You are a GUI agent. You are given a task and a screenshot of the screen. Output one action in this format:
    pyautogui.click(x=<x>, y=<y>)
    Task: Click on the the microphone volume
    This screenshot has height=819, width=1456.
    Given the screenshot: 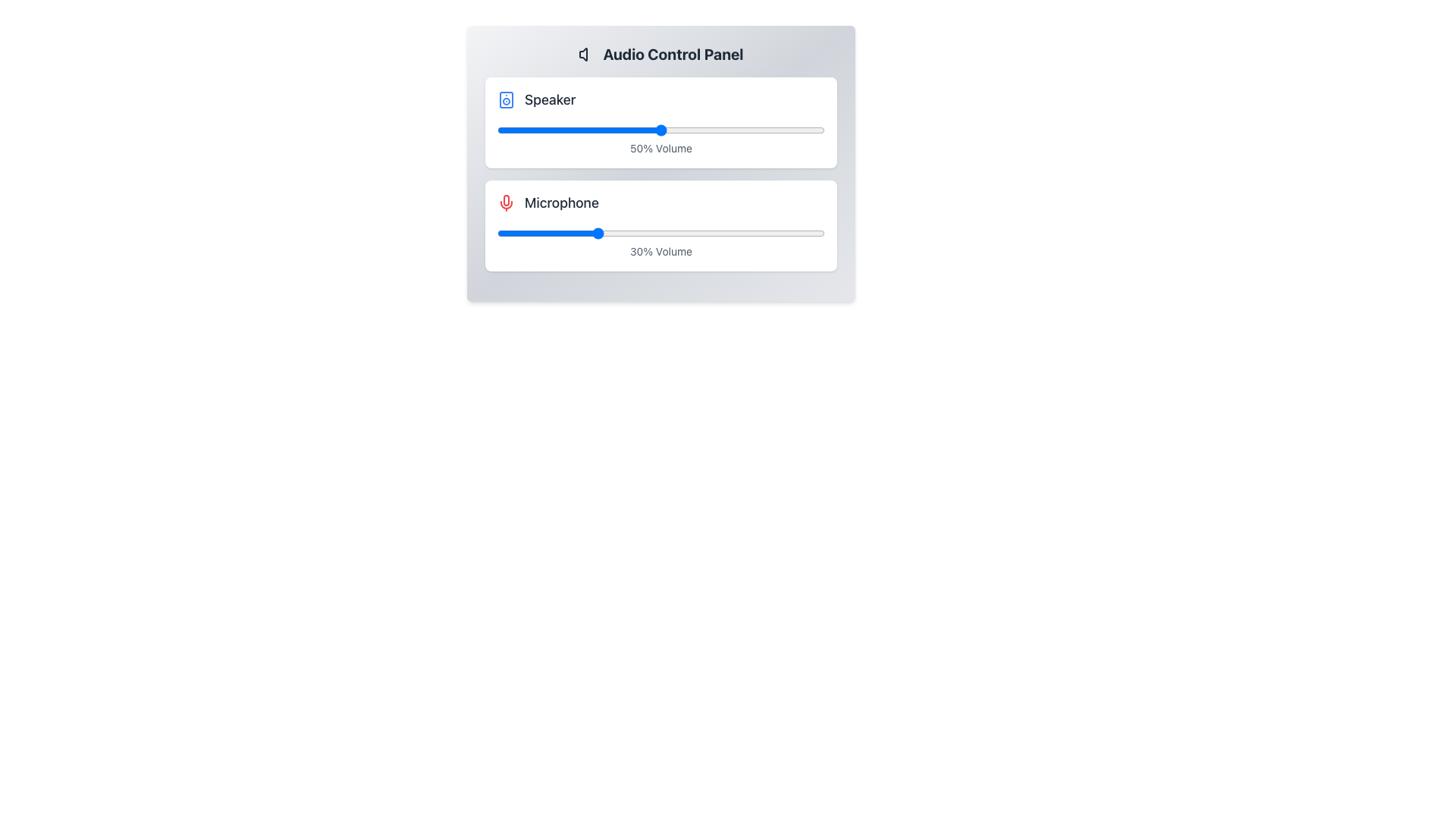 What is the action you would take?
    pyautogui.click(x=595, y=234)
    